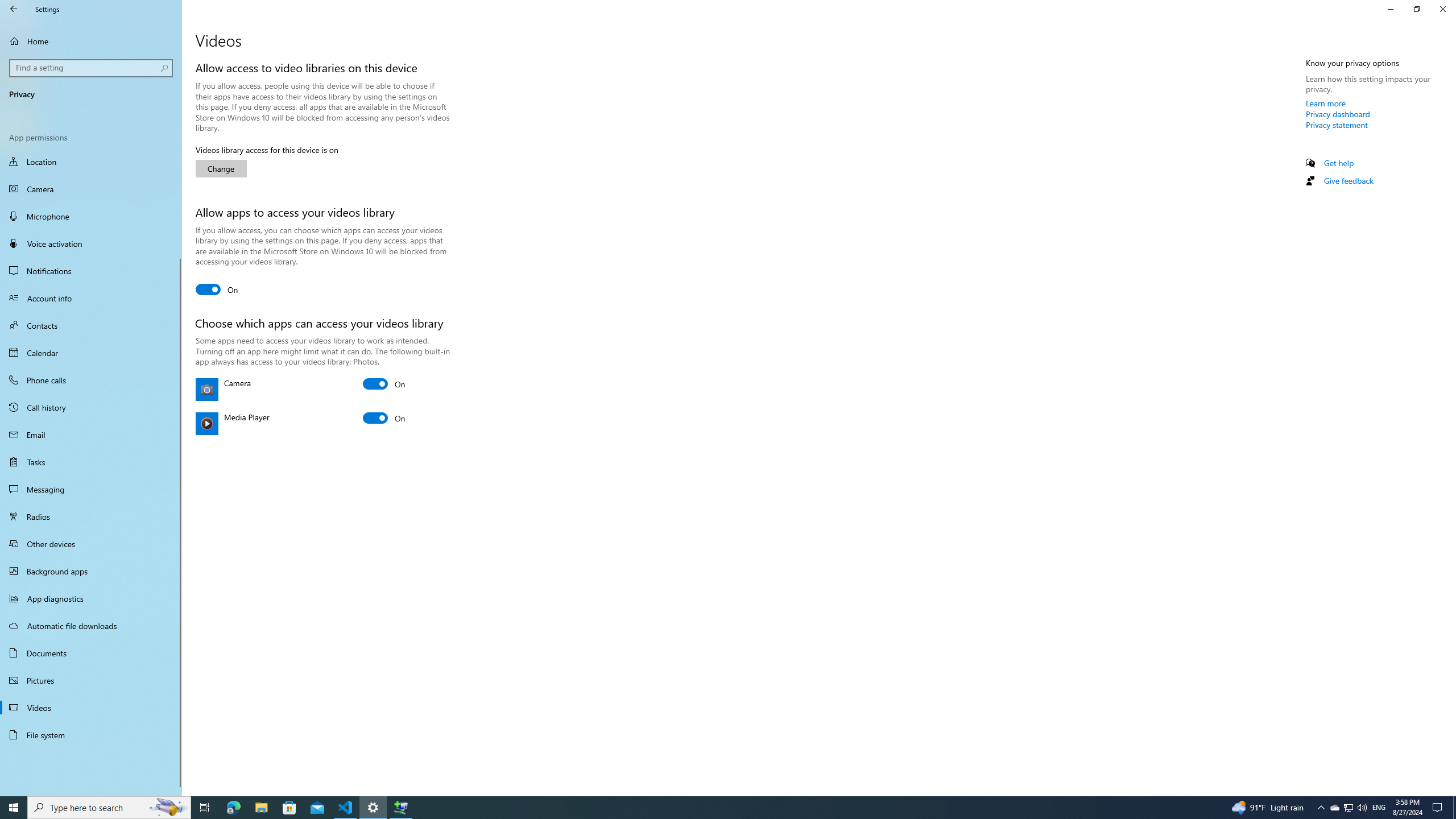  I want to click on 'Calendar', so click(90, 351).